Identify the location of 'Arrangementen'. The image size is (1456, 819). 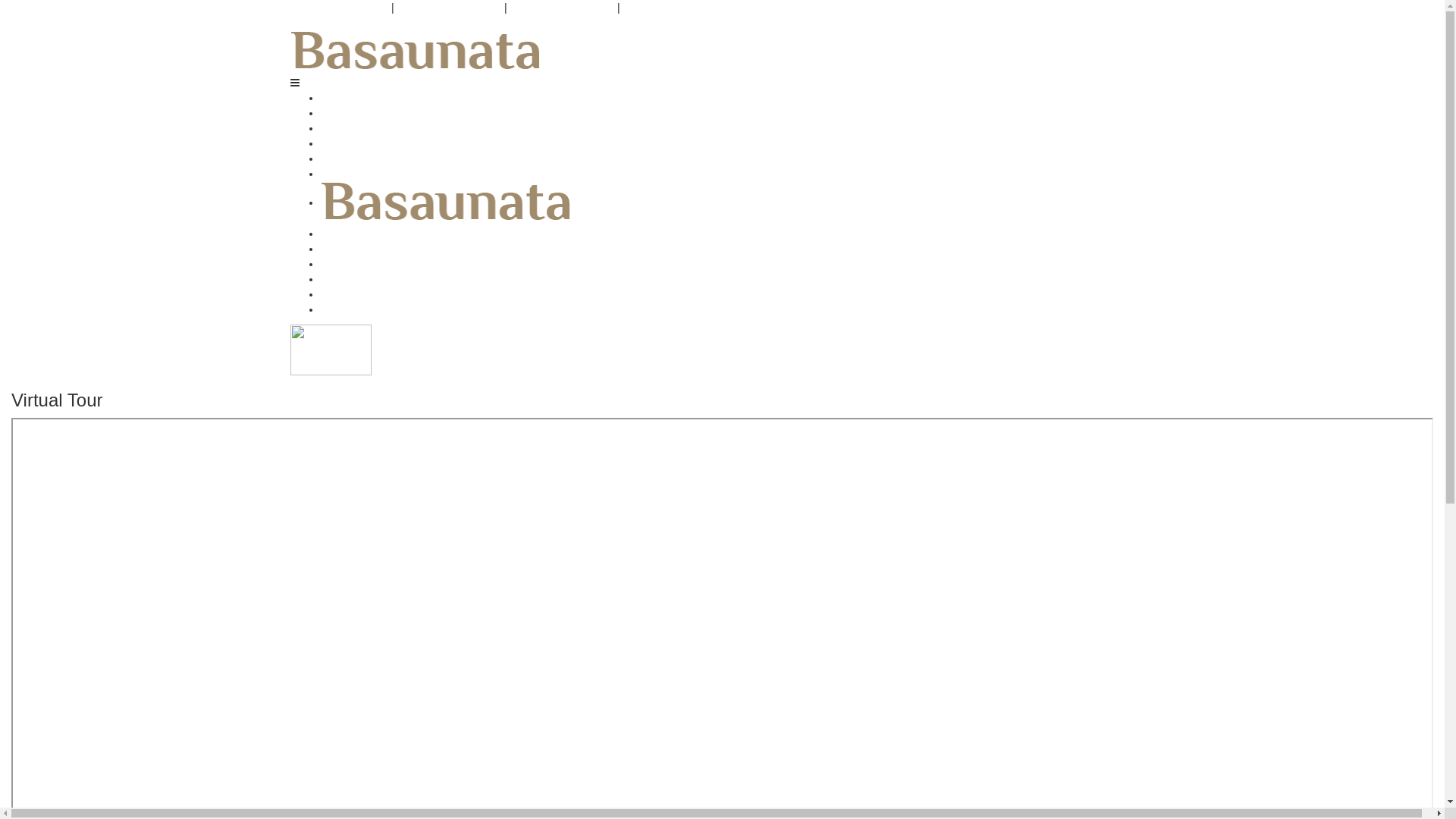
(356, 127).